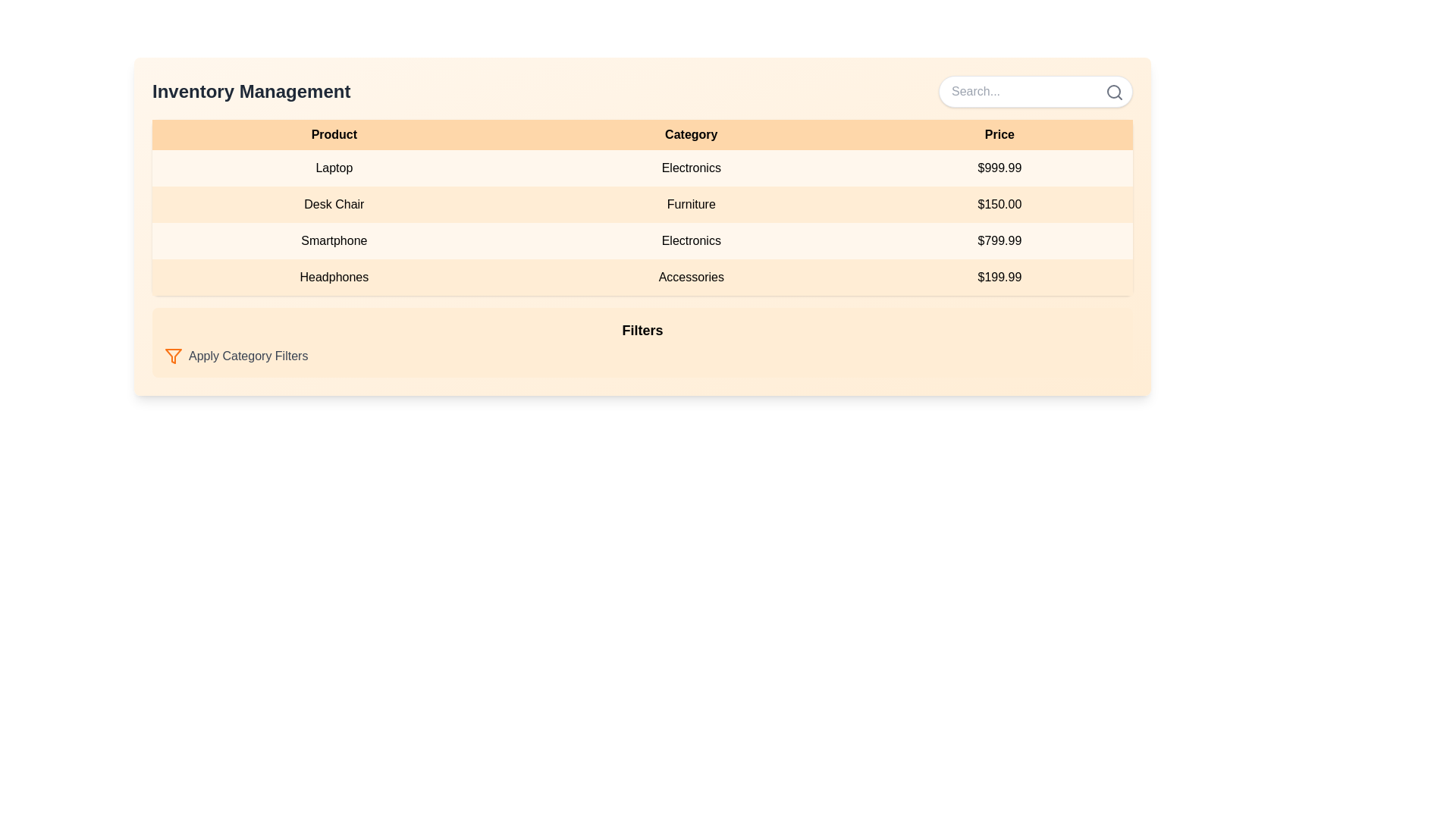 This screenshot has width=1456, height=819. Describe the element at coordinates (690, 278) in the screenshot. I see `the 'Accessories' text label in the last row of the table, which is centered in the 'Category' column with a light peach background` at that location.